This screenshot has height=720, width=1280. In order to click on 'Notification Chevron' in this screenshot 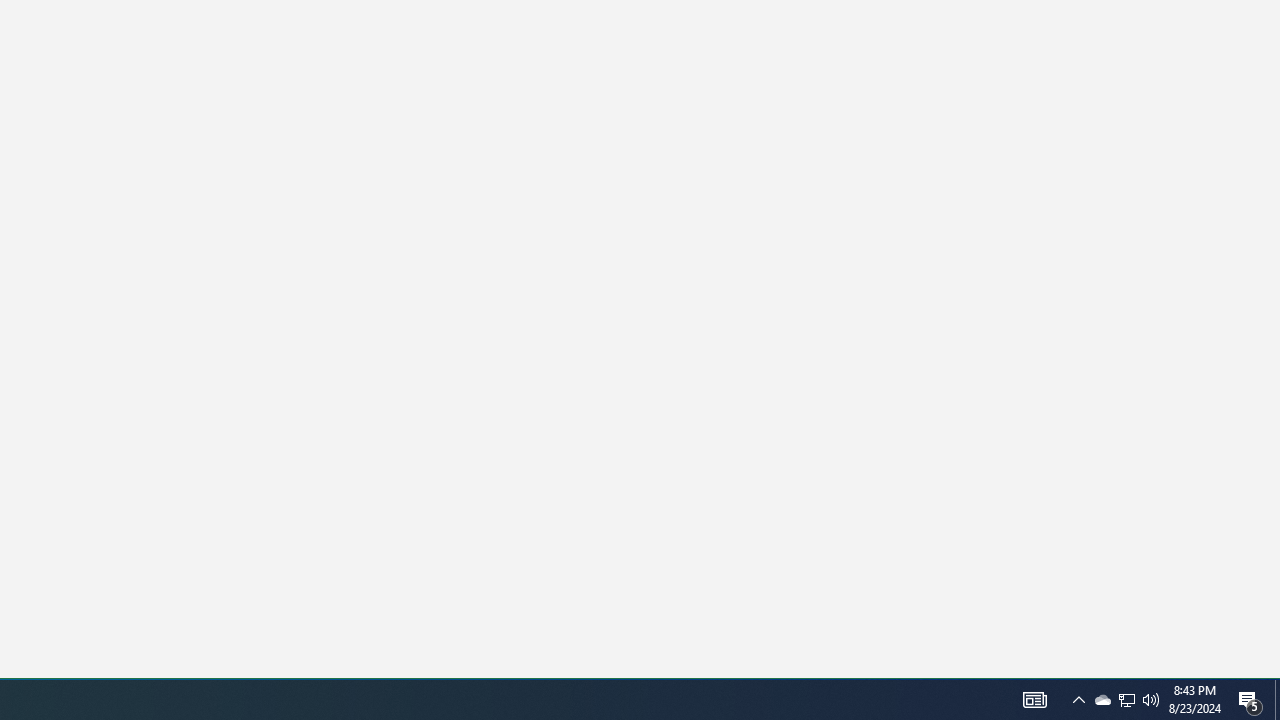, I will do `click(1078, 698)`.